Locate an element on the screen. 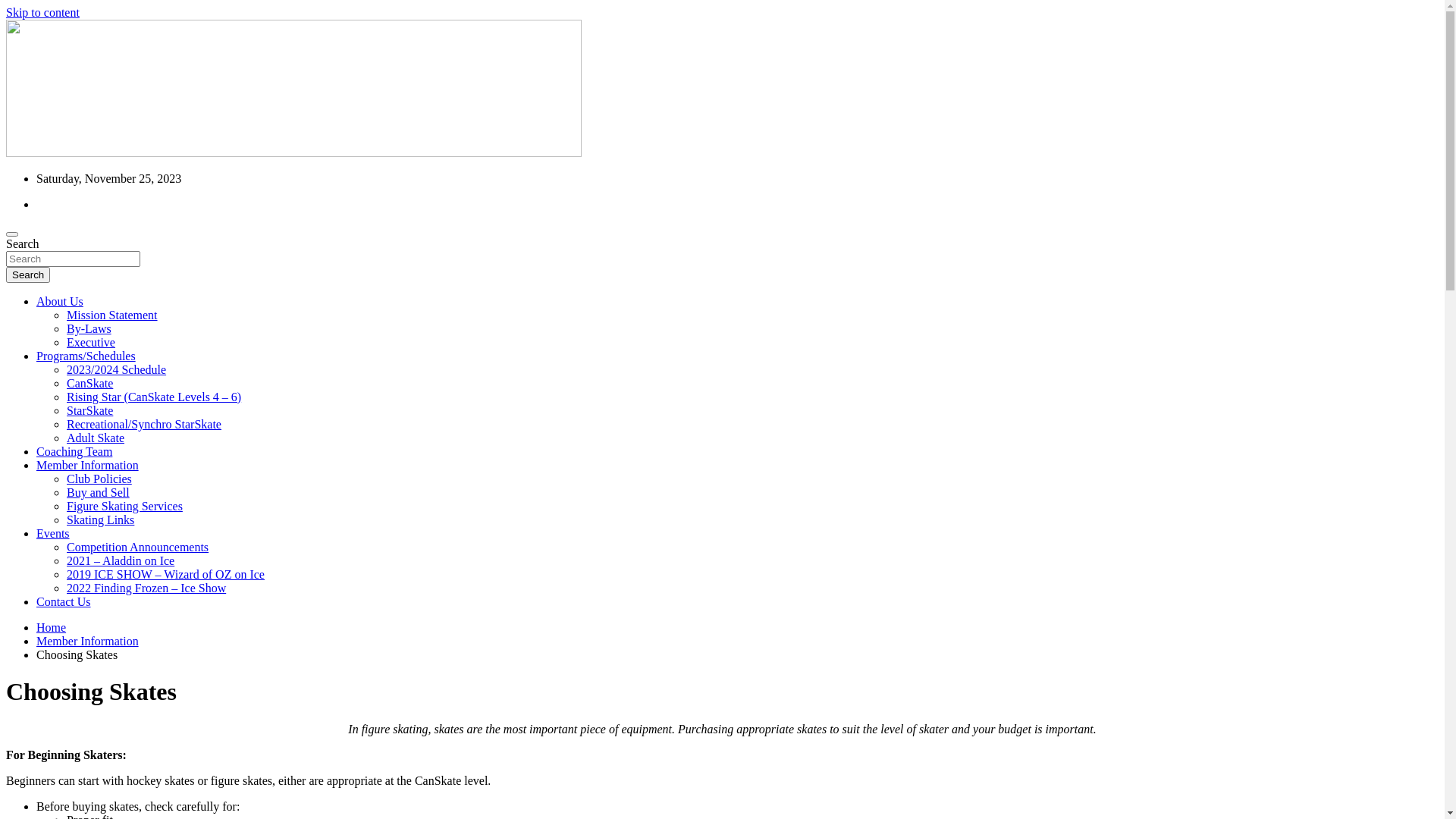 The height and width of the screenshot is (819, 1456). '2023/2024 Schedule' is located at coordinates (115, 369).